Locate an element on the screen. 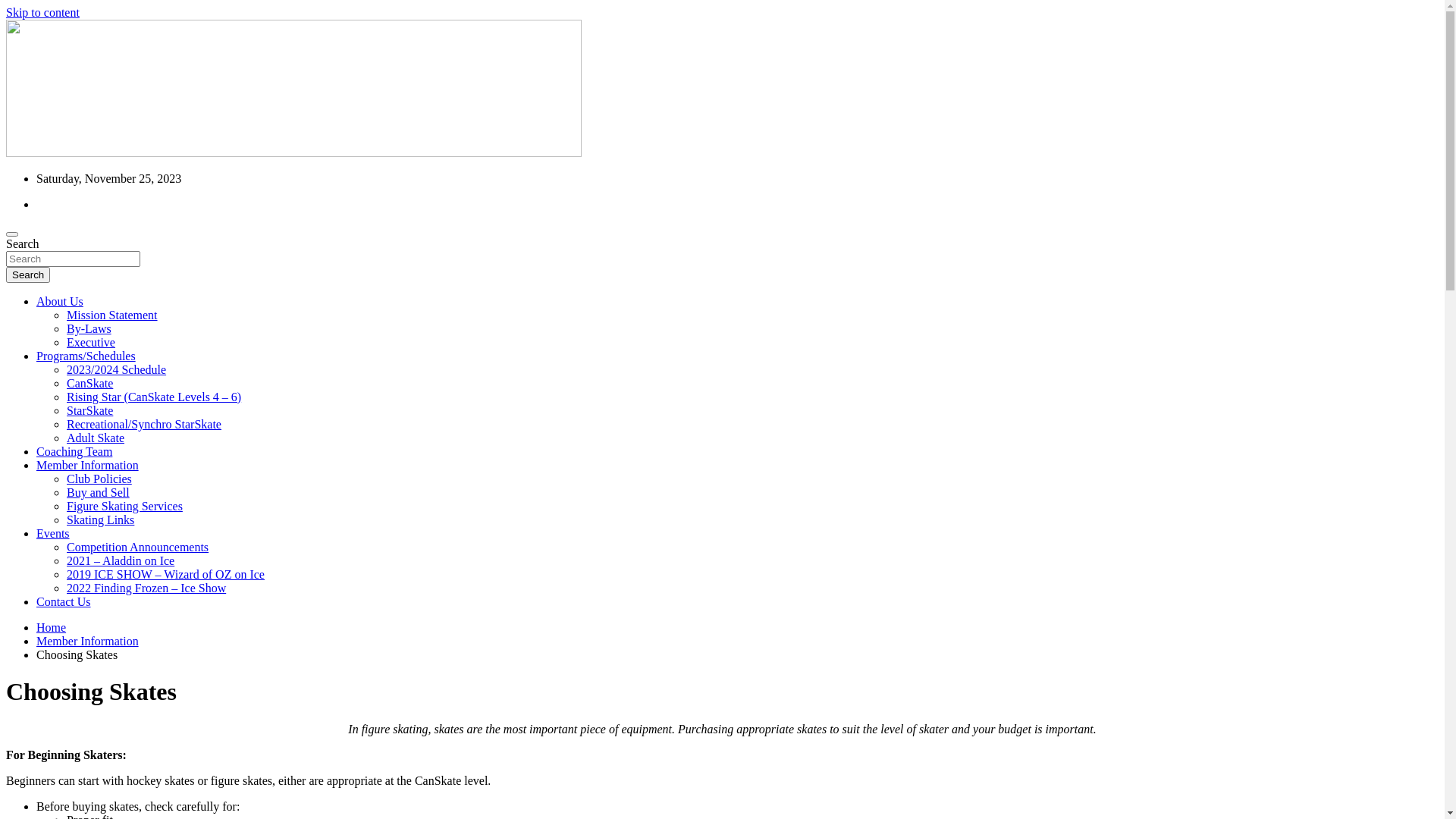 The height and width of the screenshot is (819, 1456). '2023/2024 Schedule' is located at coordinates (115, 369).